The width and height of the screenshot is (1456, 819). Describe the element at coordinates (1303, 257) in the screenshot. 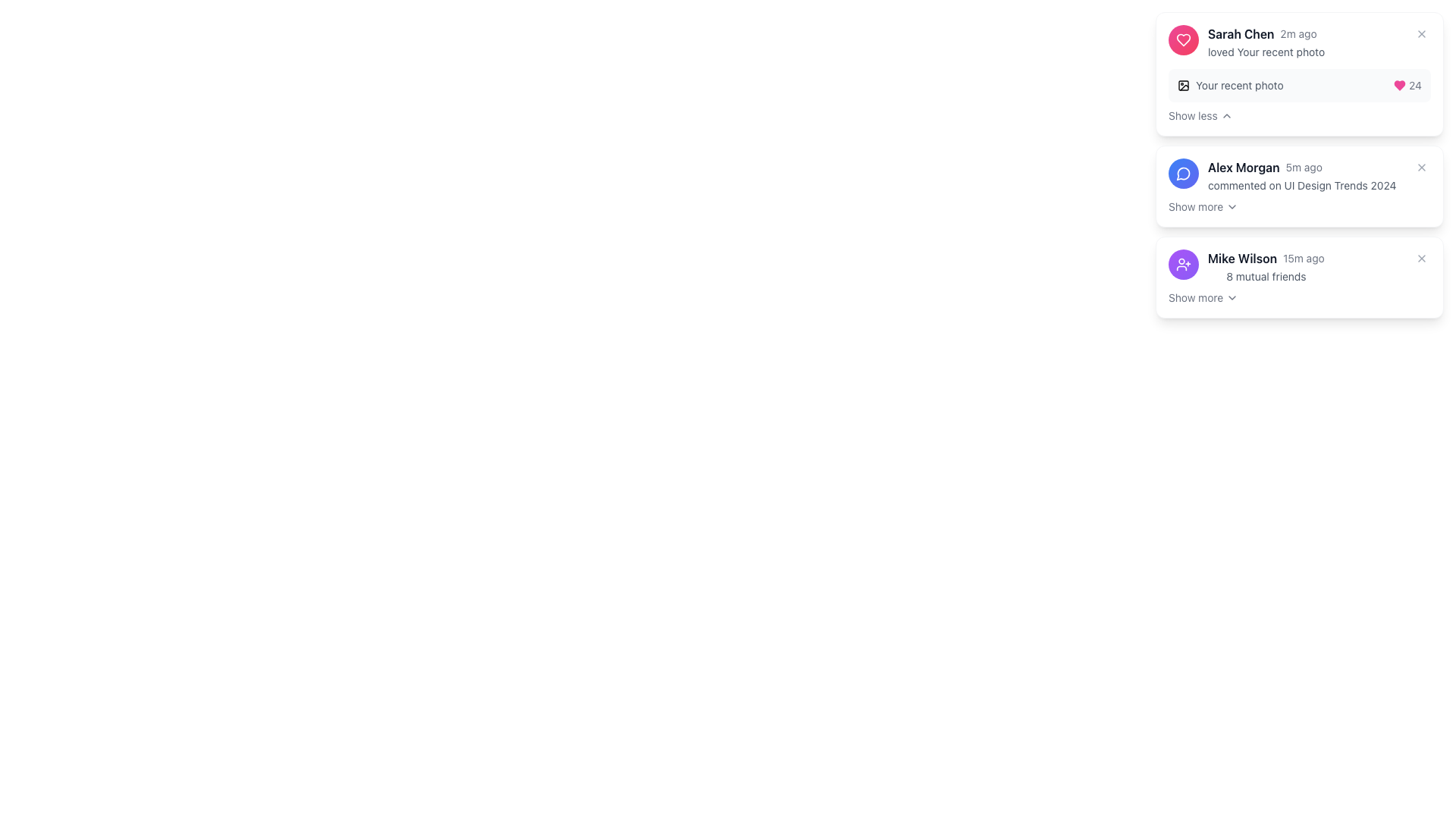

I see `the text label that indicates the elapsed time since the notification for 'Mike Wilson', which is positioned to the right of 'Mike Wilson' in the notification entry` at that location.